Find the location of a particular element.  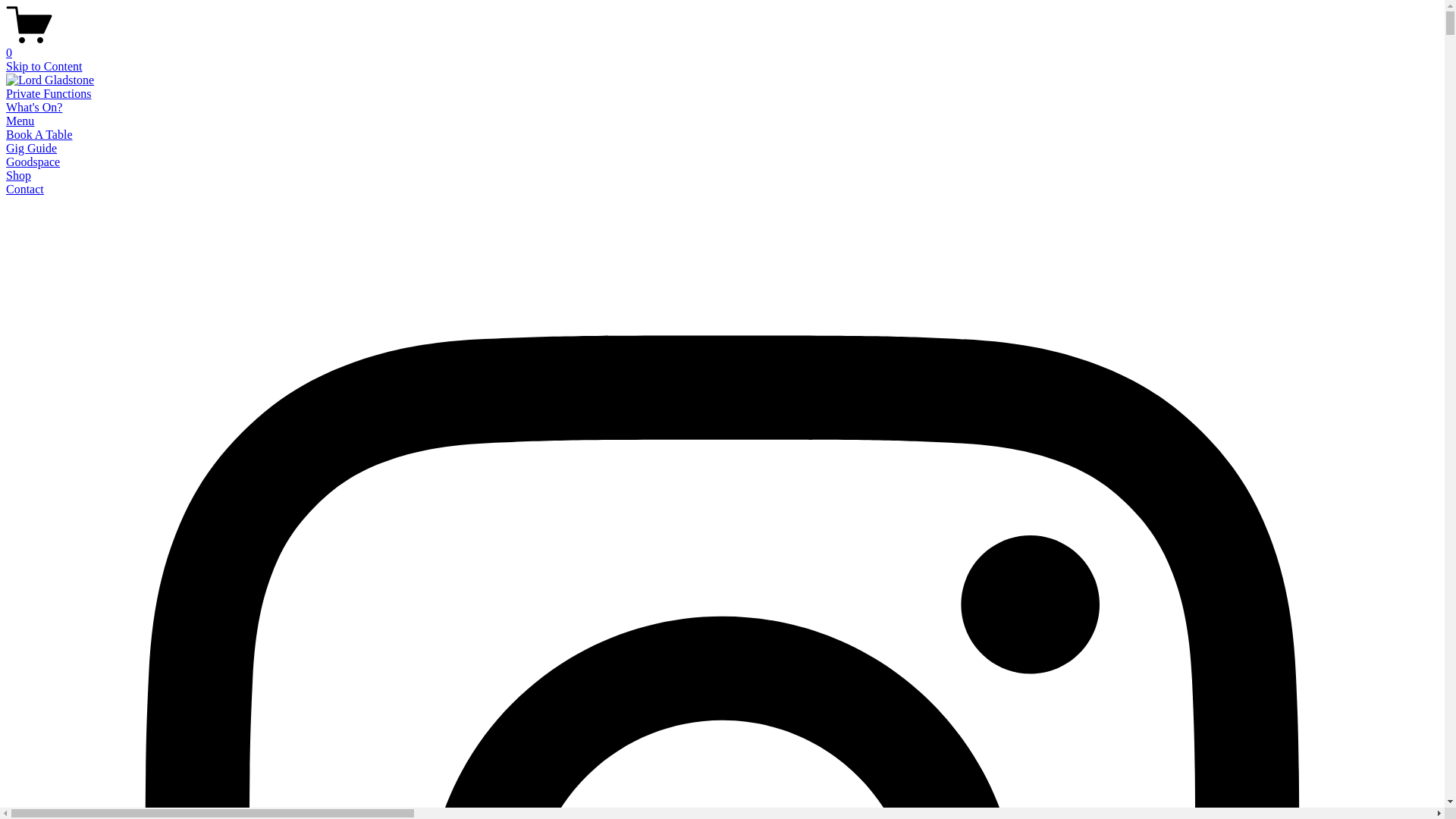

'What's On?' is located at coordinates (33, 106).